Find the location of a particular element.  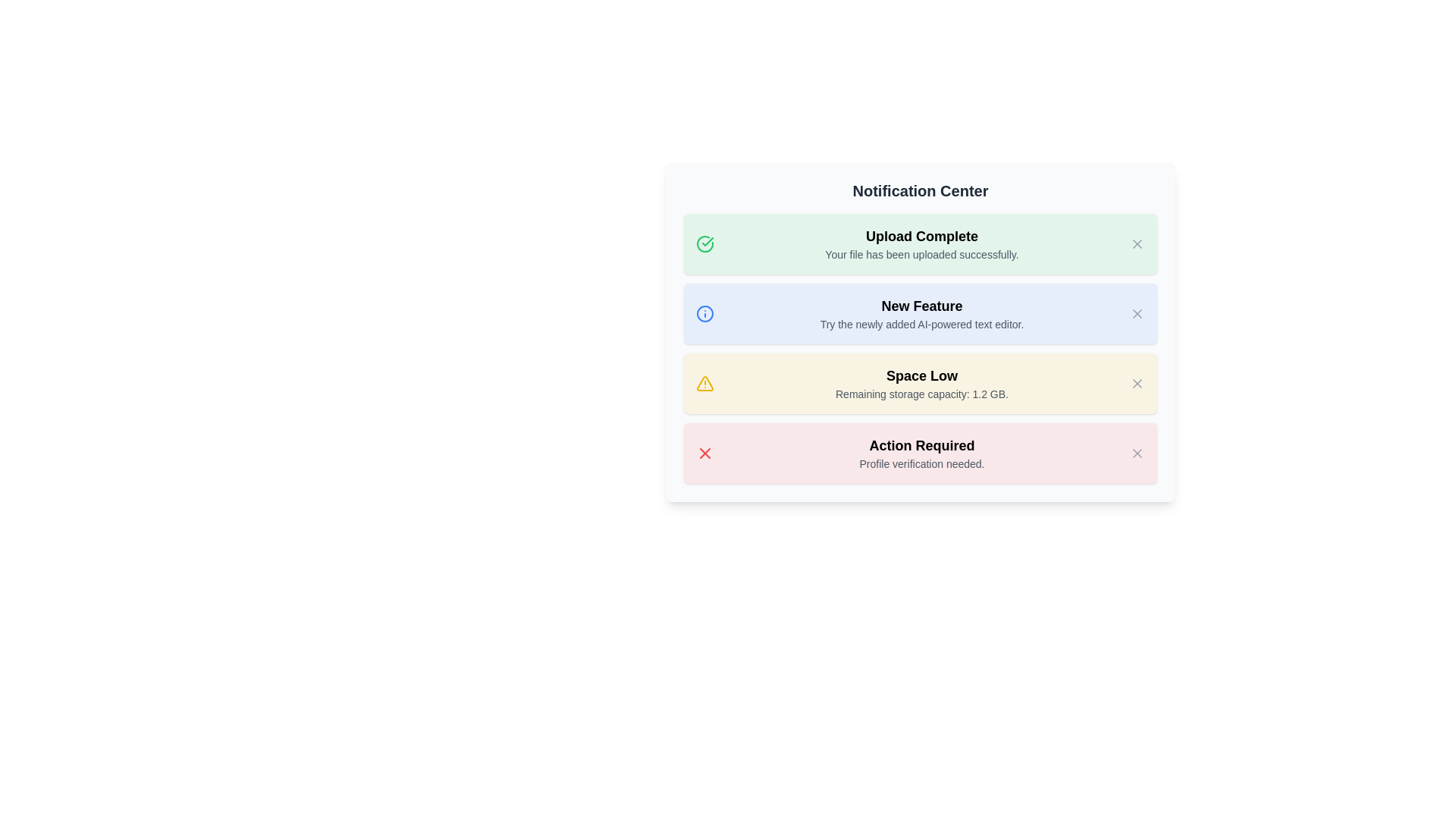

the informational text indicating remaining storage capacity located in the yellow-highlighted 'Space Low' notification block beneath the header is located at coordinates (921, 394).